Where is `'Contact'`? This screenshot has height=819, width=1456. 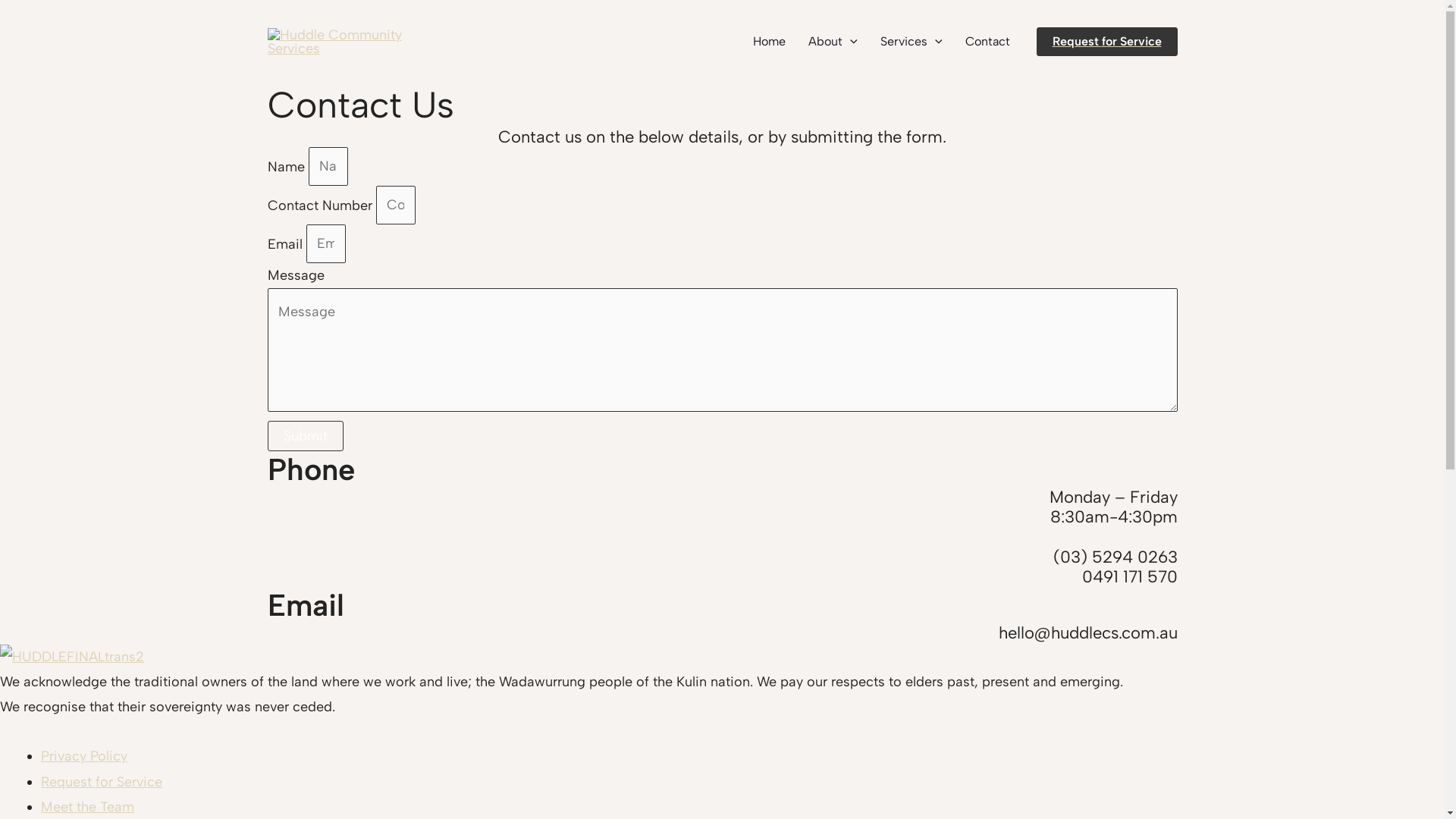 'Contact' is located at coordinates (987, 40).